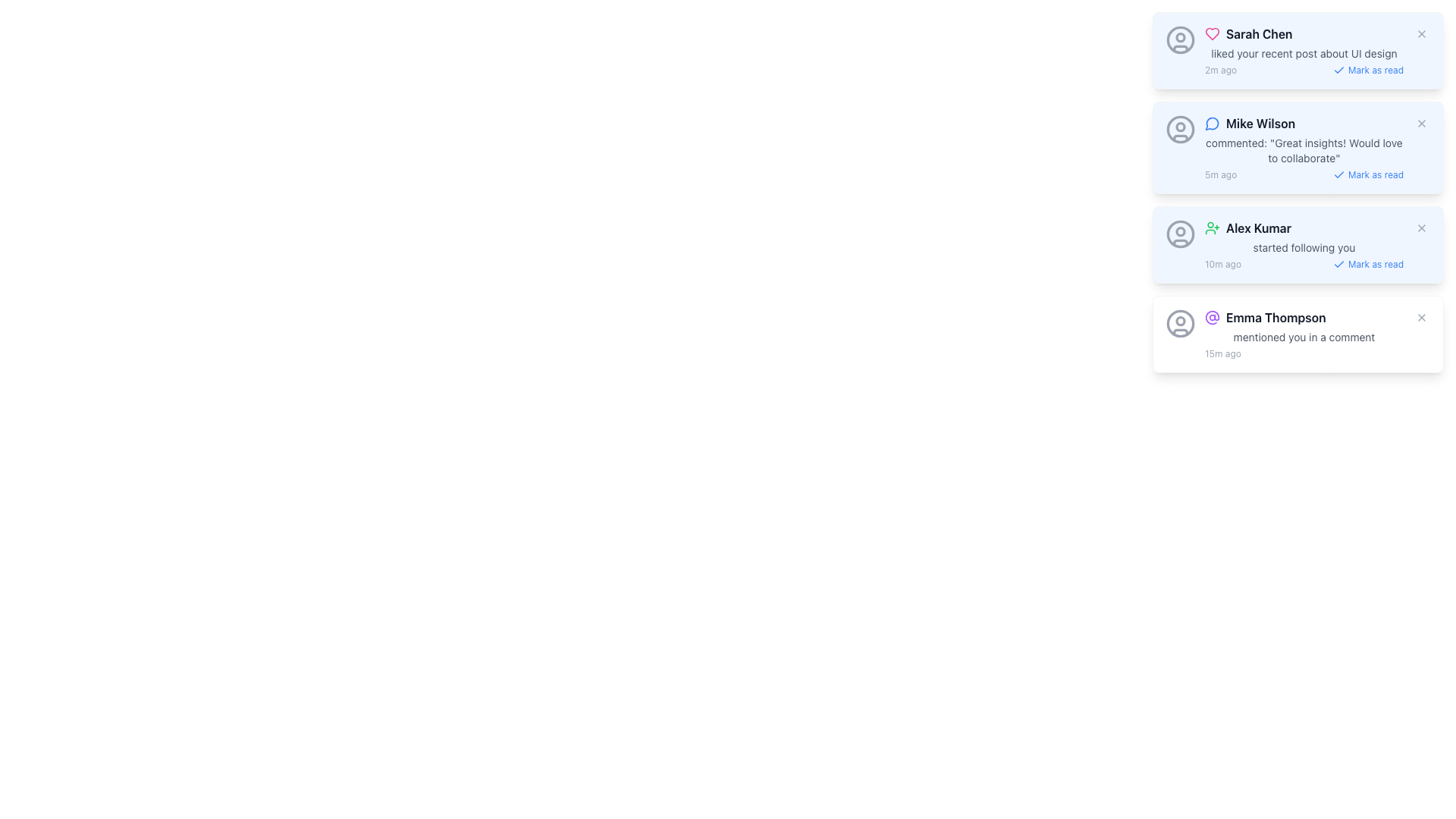 Image resolution: width=1456 pixels, height=819 pixels. What do you see at coordinates (1275, 317) in the screenshot?
I see `text label displaying the name of the person responsible for the associated notification, located to the right of the '@' icon in the bottommost notification card` at bounding box center [1275, 317].